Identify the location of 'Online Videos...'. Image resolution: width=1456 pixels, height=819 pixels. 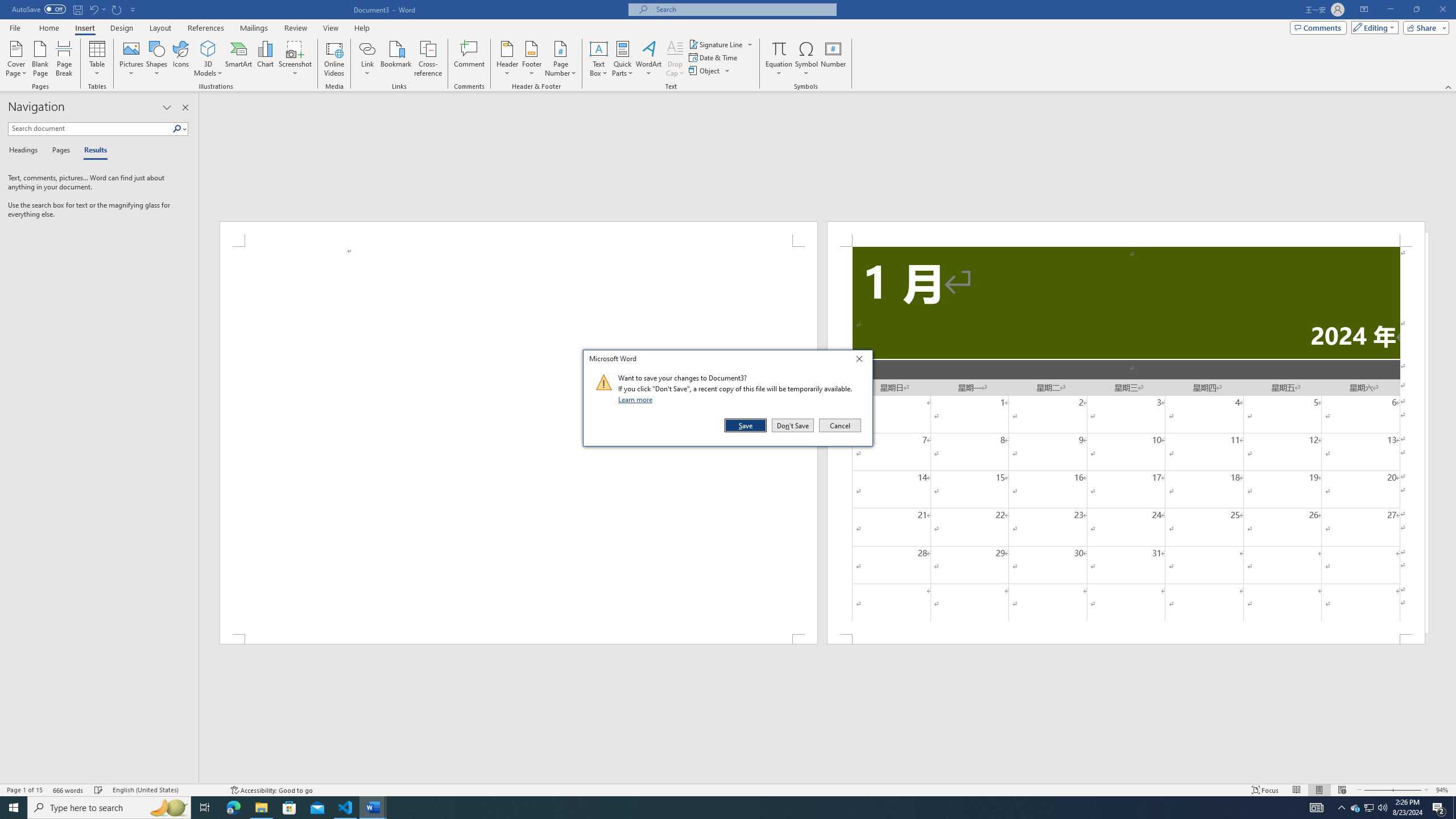
(334, 59).